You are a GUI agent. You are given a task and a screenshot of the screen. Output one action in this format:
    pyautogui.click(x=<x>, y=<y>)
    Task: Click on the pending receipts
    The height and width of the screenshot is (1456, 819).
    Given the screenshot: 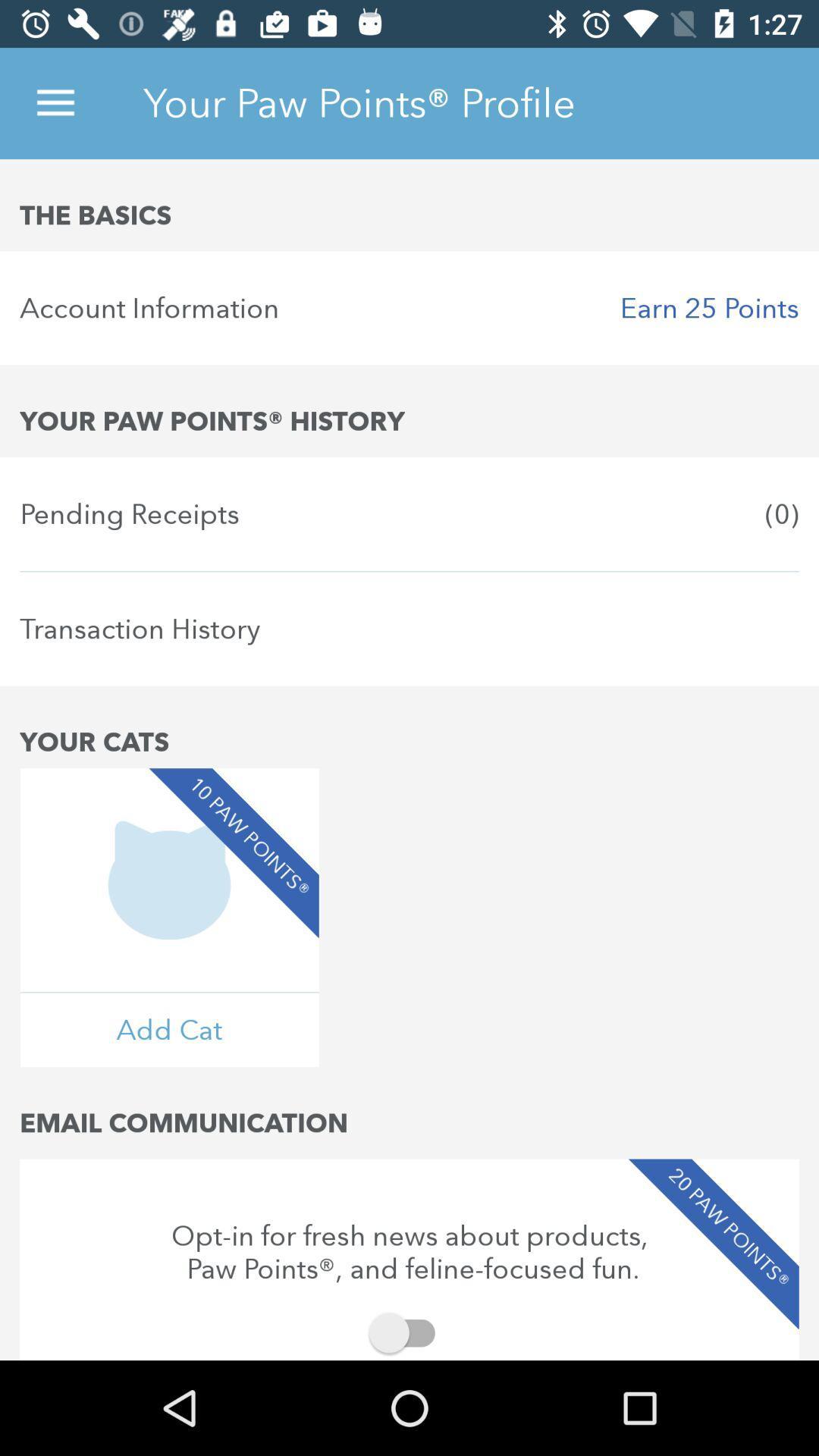 What is the action you would take?
    pyautogui.click(x=409, y=513)
    